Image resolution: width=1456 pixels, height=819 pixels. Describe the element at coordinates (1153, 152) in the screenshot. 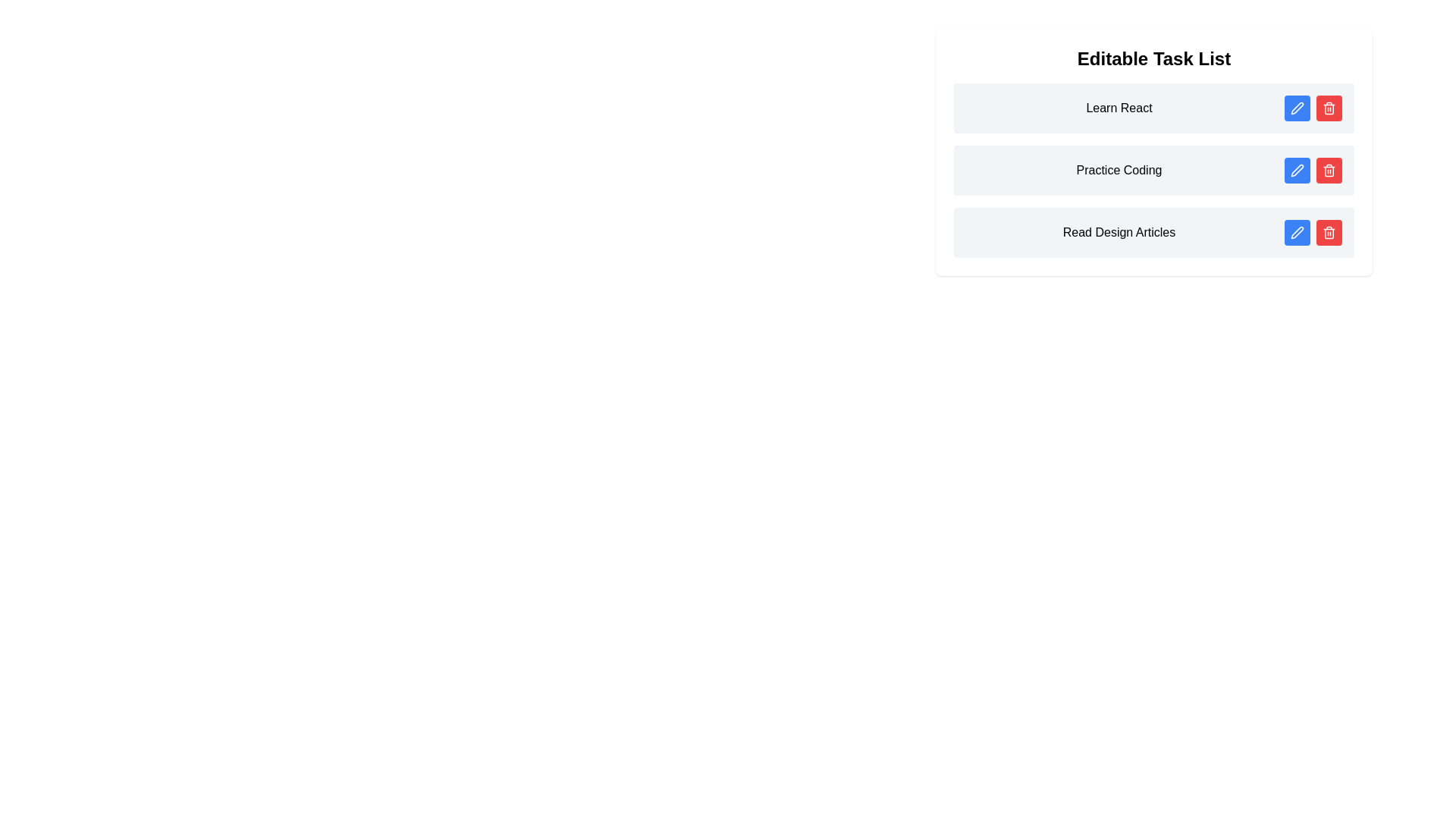

I see `the task item 'Practice Coding'` at that location.